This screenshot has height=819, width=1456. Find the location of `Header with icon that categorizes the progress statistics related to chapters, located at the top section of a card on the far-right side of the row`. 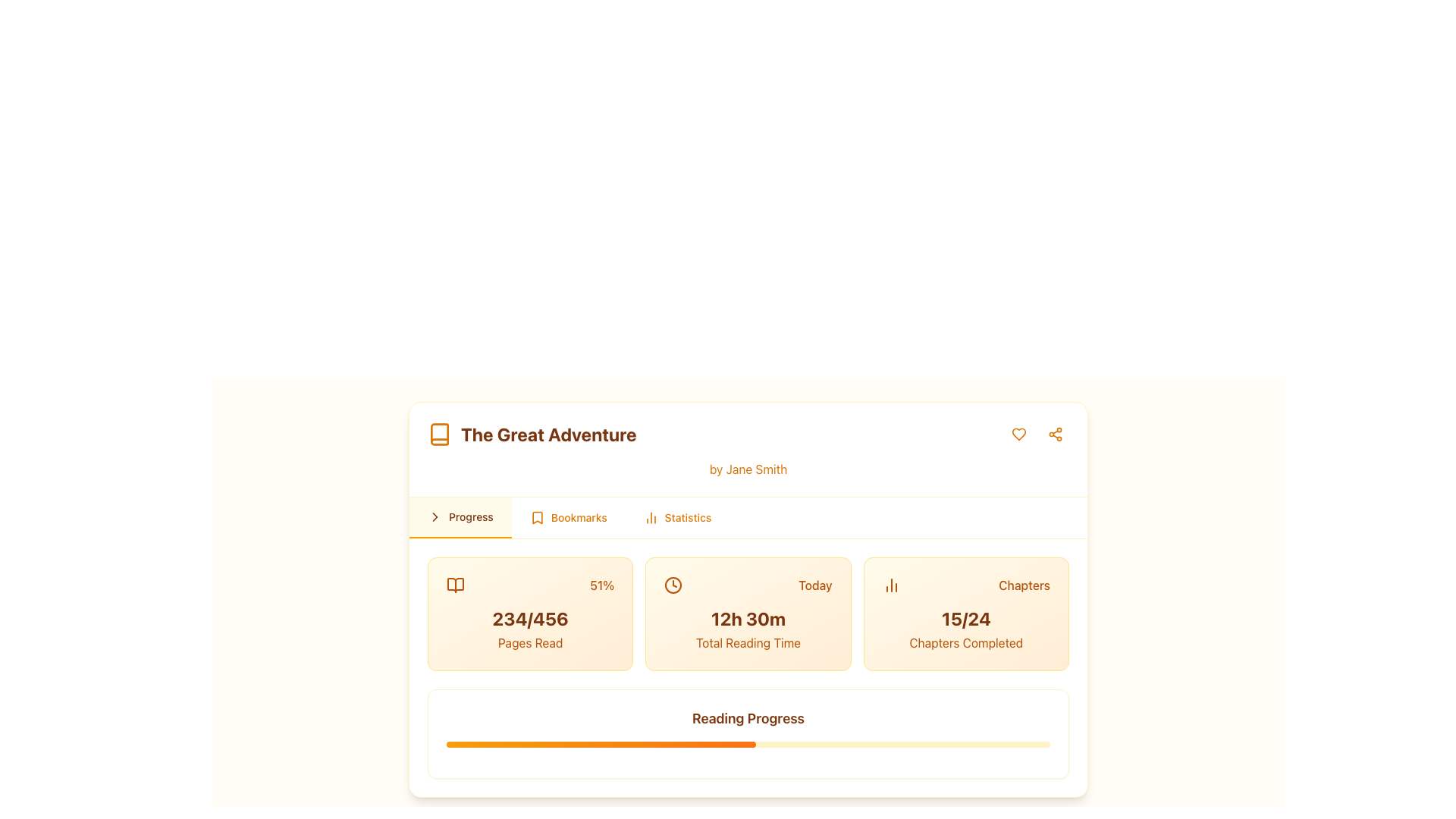

Header with icon that categorizes the progress statistics related to chapters, located at the top section of a card on the far-right side of the row is located at coordinates (965, 584).